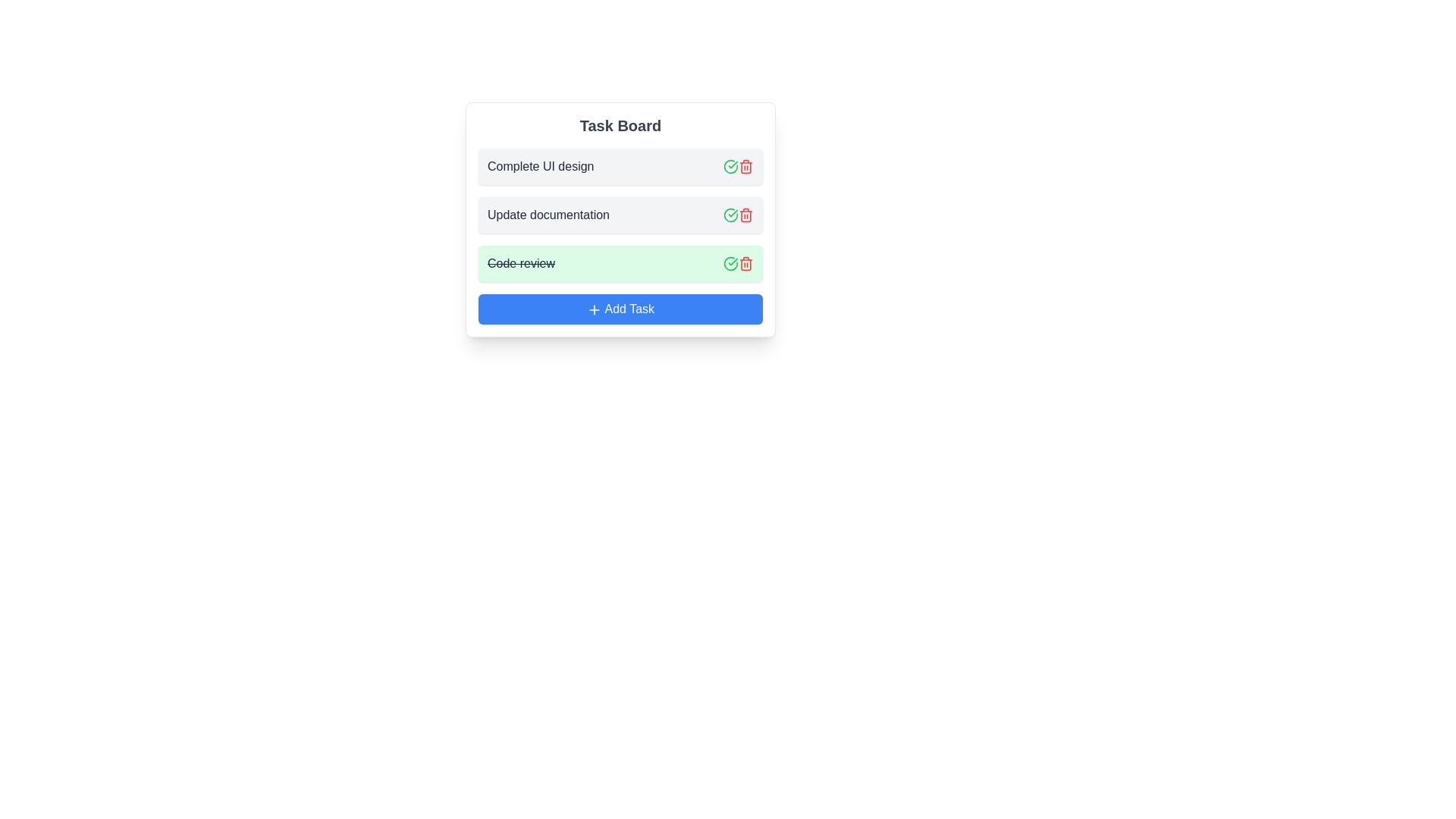 The image size is (1456, 819). Describe the element at coordinates (745, 215) in the screenshot. I see `the red trash bin icon button located at the far-right of the 'Update documentation' task in the 'Task Board' interface` at that location.